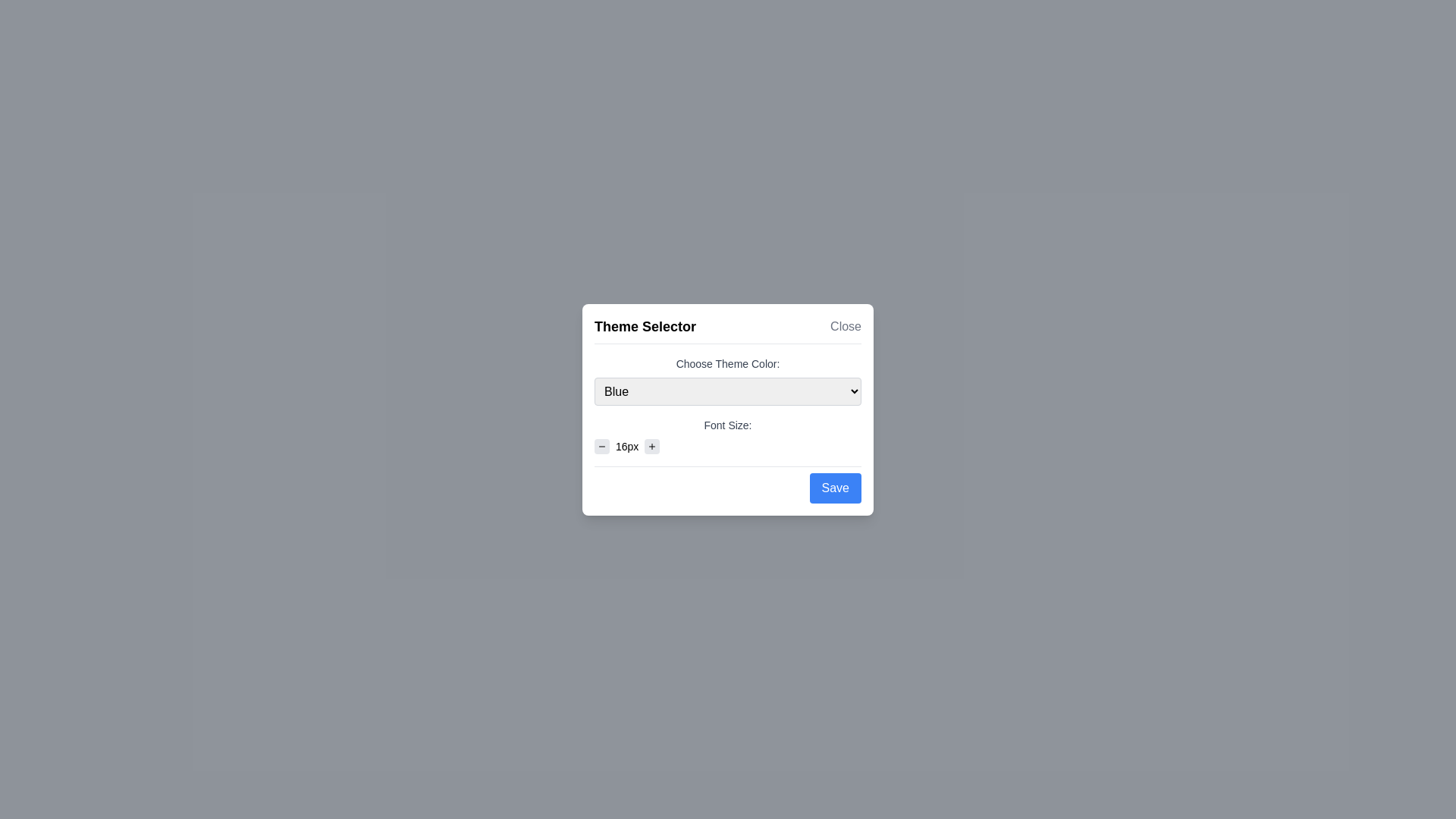 The height and width of the screenshot is (819, 1456). I want to click on the small gray button with a plus sign icon, located to the right of the text '16px', so click(652, 445).